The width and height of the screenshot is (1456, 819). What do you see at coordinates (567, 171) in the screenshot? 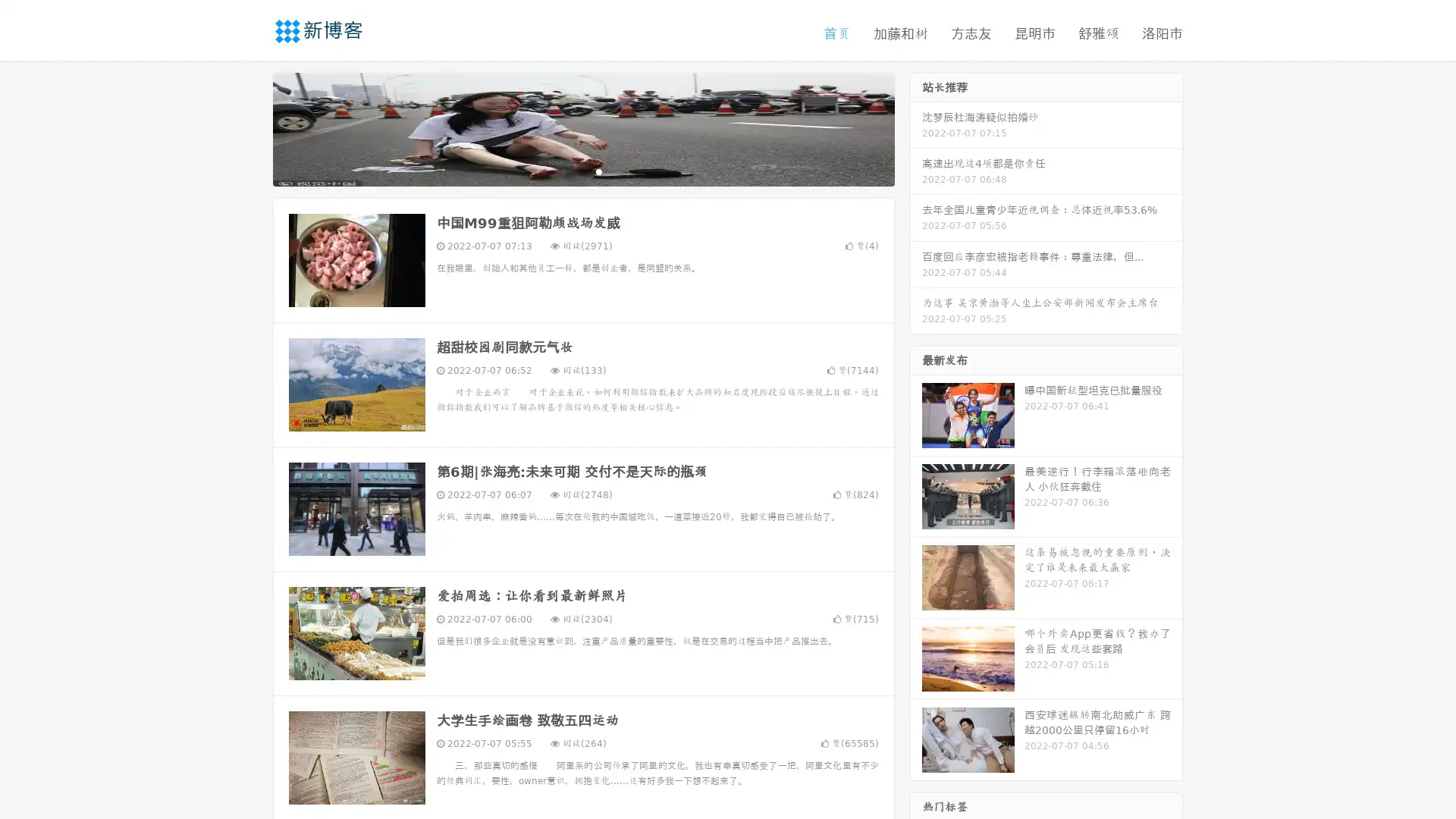
I see `Go to slide 1` at bounding box center [567, 171].